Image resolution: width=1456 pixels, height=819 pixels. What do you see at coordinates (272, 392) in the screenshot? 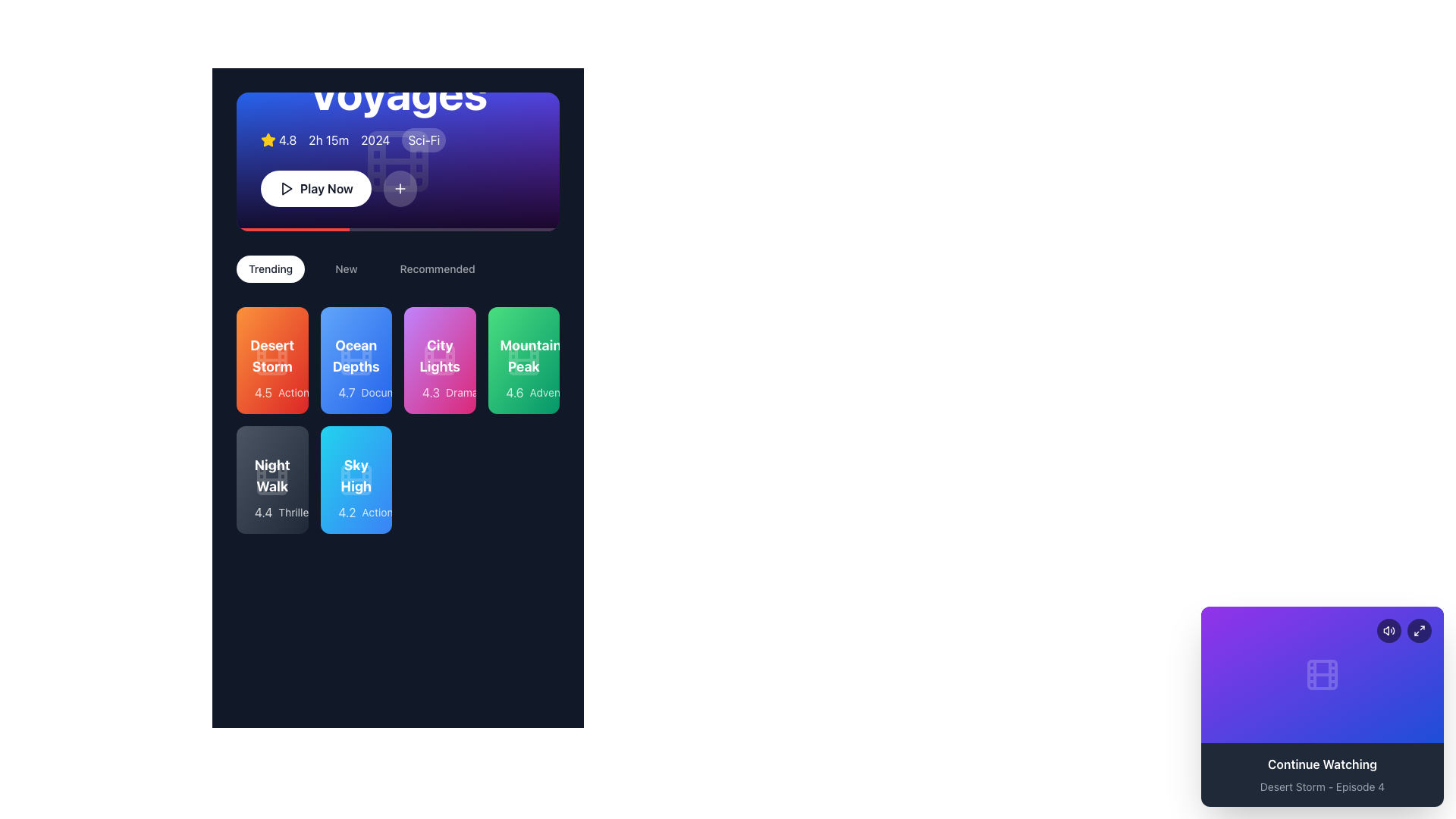
I see `the star icon associated with the rating of '4.5 stars' located in the bottom section of the 'Desert Storm' card in the 'Trending' category` at bounding box center [272, 392].